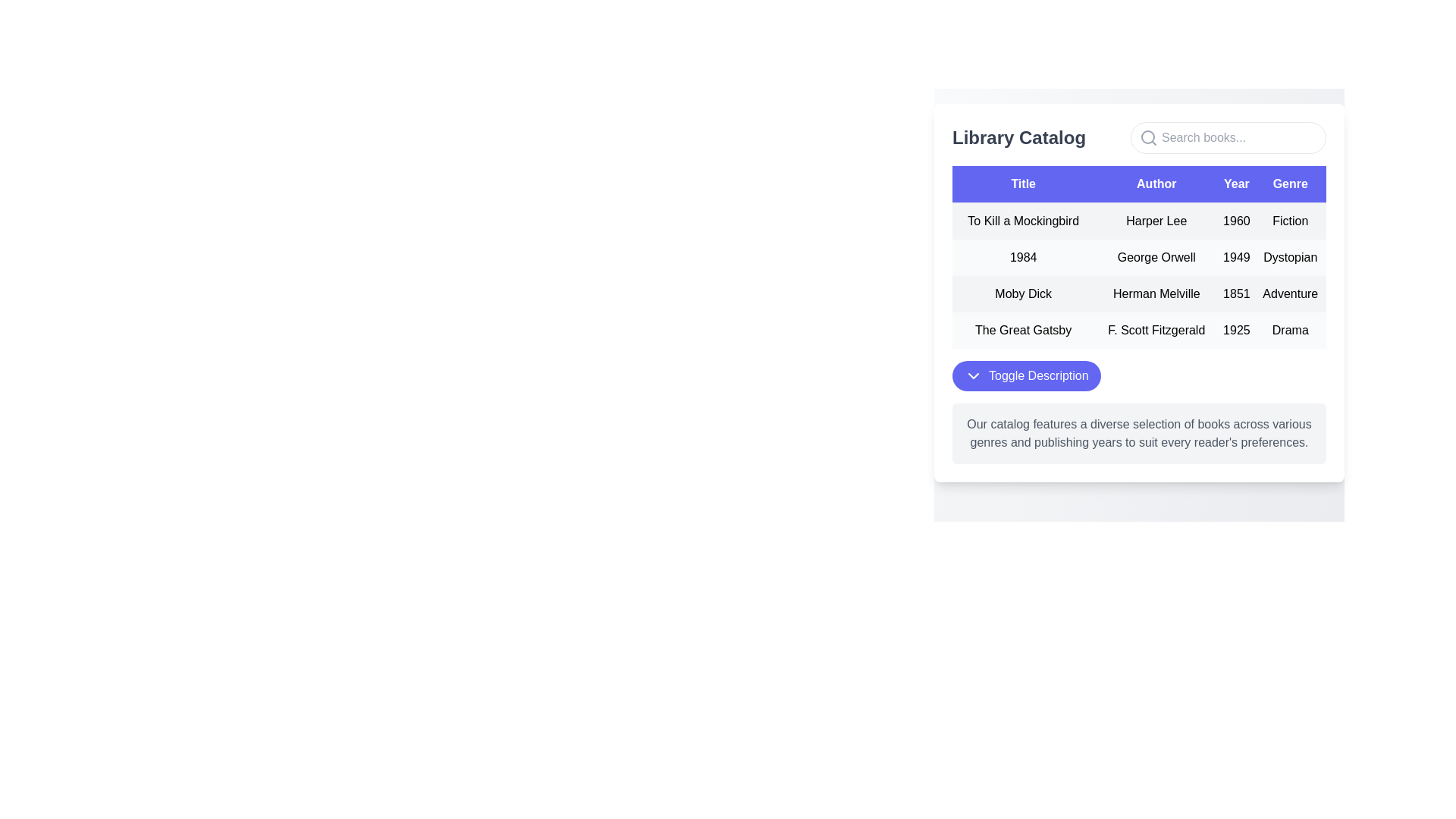 This screenshot has height=819, width=1456. I want to click on the descriptive text block located near the bottom of the 'Library Catalog' section, below the 'Toggle Description' button, so click(1139, 433).